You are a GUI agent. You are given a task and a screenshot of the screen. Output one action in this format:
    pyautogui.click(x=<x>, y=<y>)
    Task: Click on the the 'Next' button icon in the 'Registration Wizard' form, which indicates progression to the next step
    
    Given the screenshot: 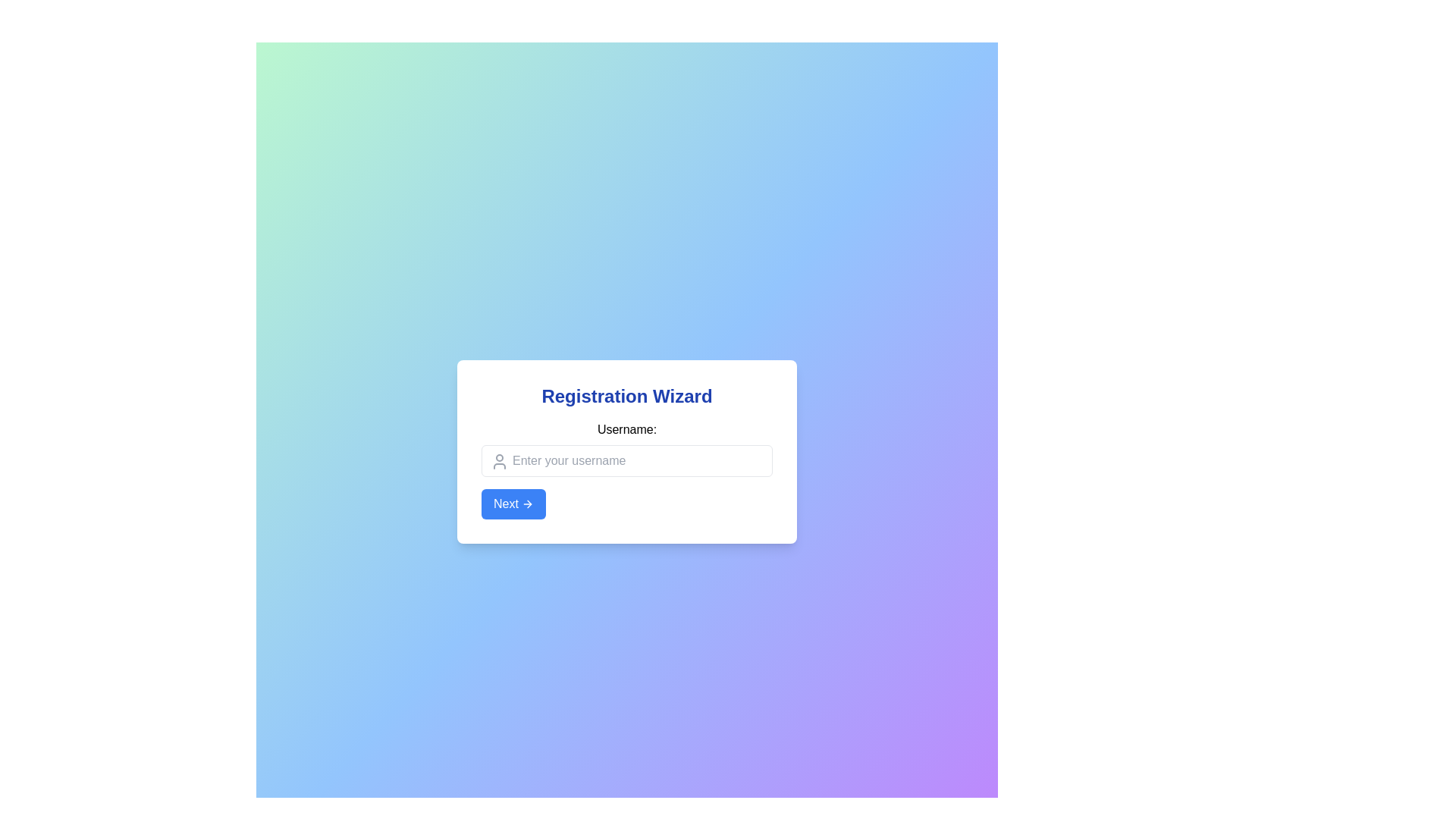 What is the action you would take?
    pyautogui.click(x=528, y=504)
    